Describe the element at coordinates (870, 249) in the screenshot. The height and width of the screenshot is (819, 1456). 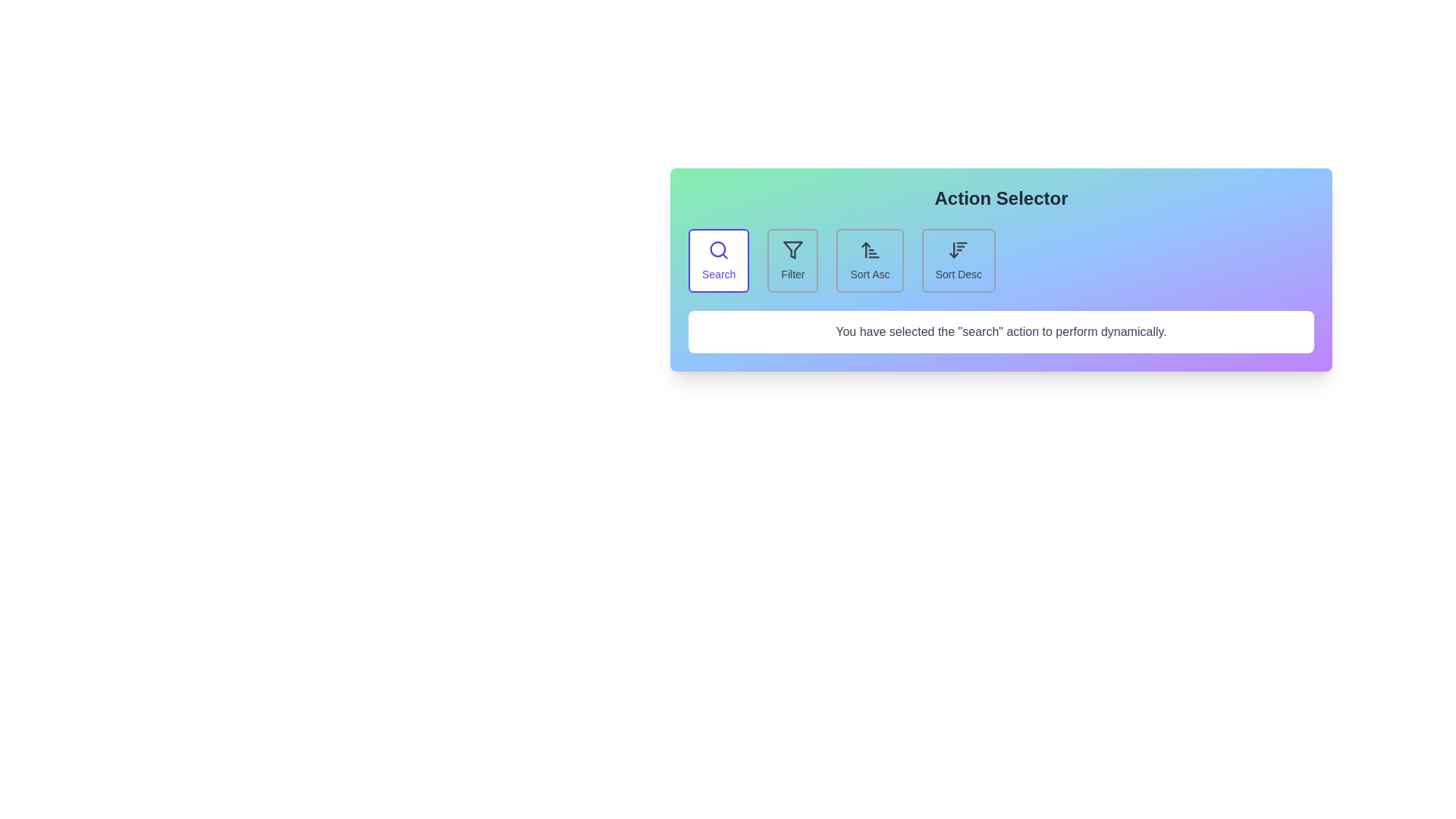
I see `the upward-pointing arrow icon within the 'Sort Asc' button, which is the third button in a row of four inside the 'Action Selector' panel` at that location.